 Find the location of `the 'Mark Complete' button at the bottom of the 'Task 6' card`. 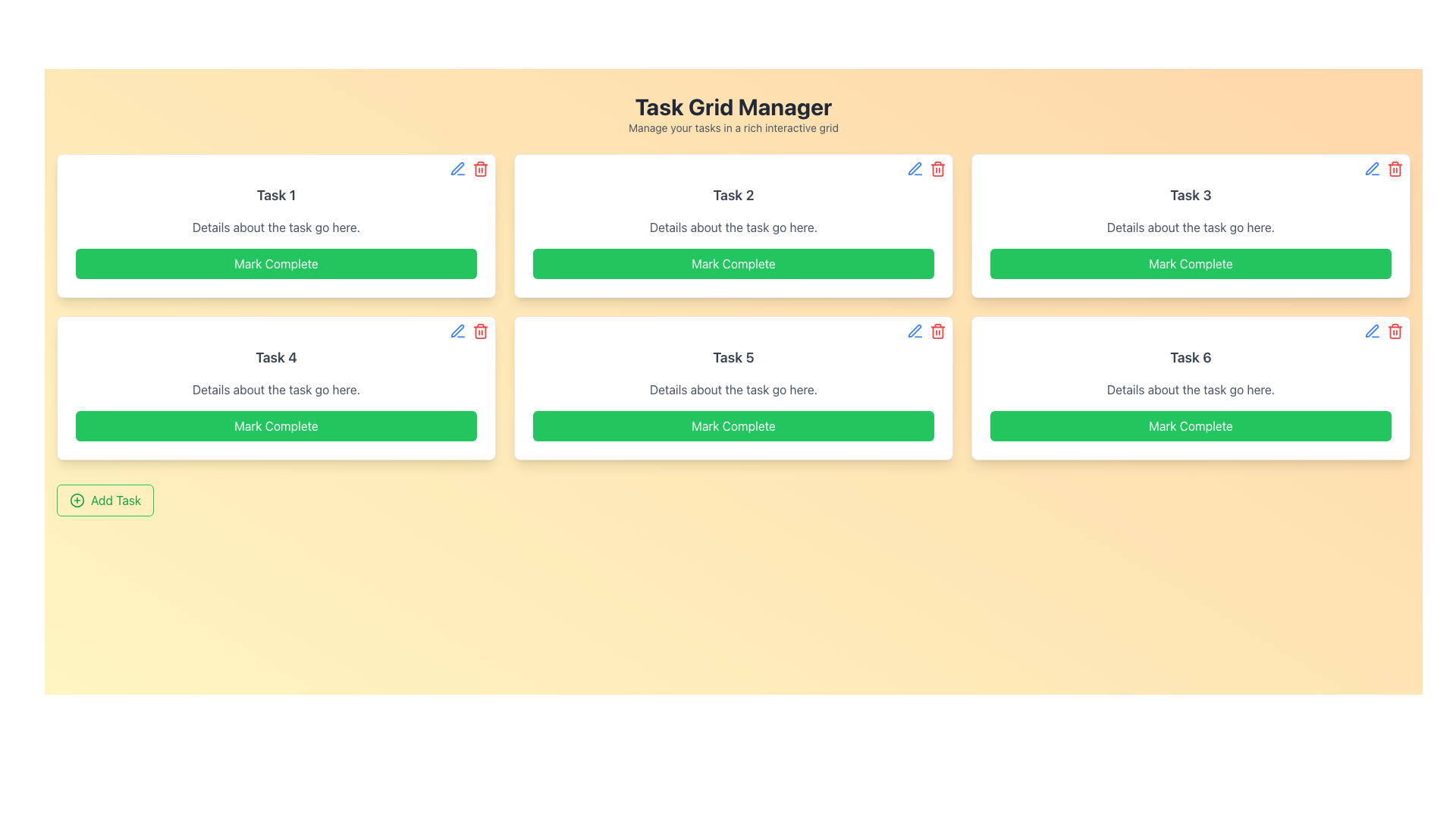

the 'Mark Complete' button at the bottom of the 'Task 6' card is located at coordinates (1190, 426).